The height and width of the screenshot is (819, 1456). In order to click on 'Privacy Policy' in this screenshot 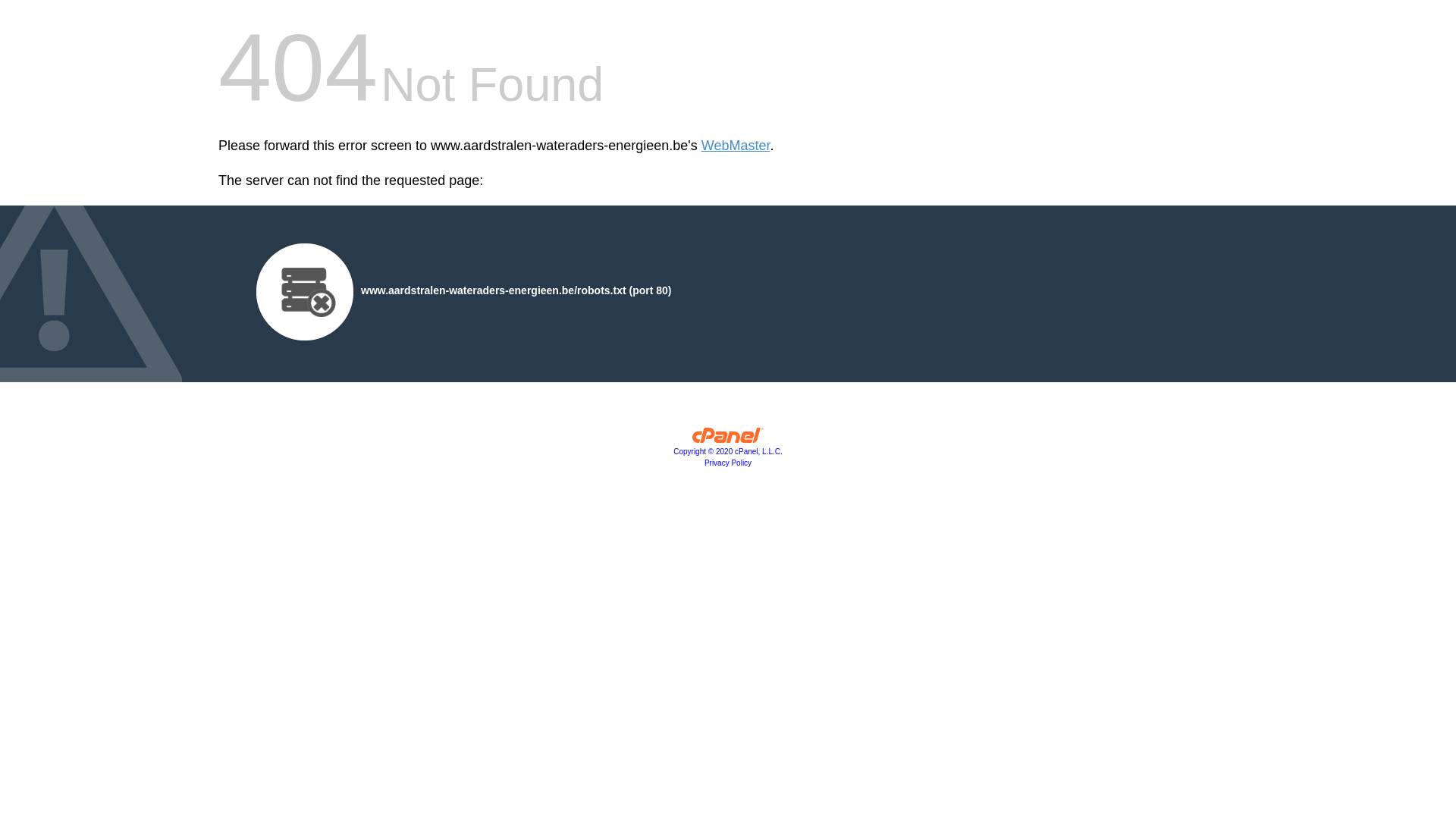, I will do `click(728, 462)`.